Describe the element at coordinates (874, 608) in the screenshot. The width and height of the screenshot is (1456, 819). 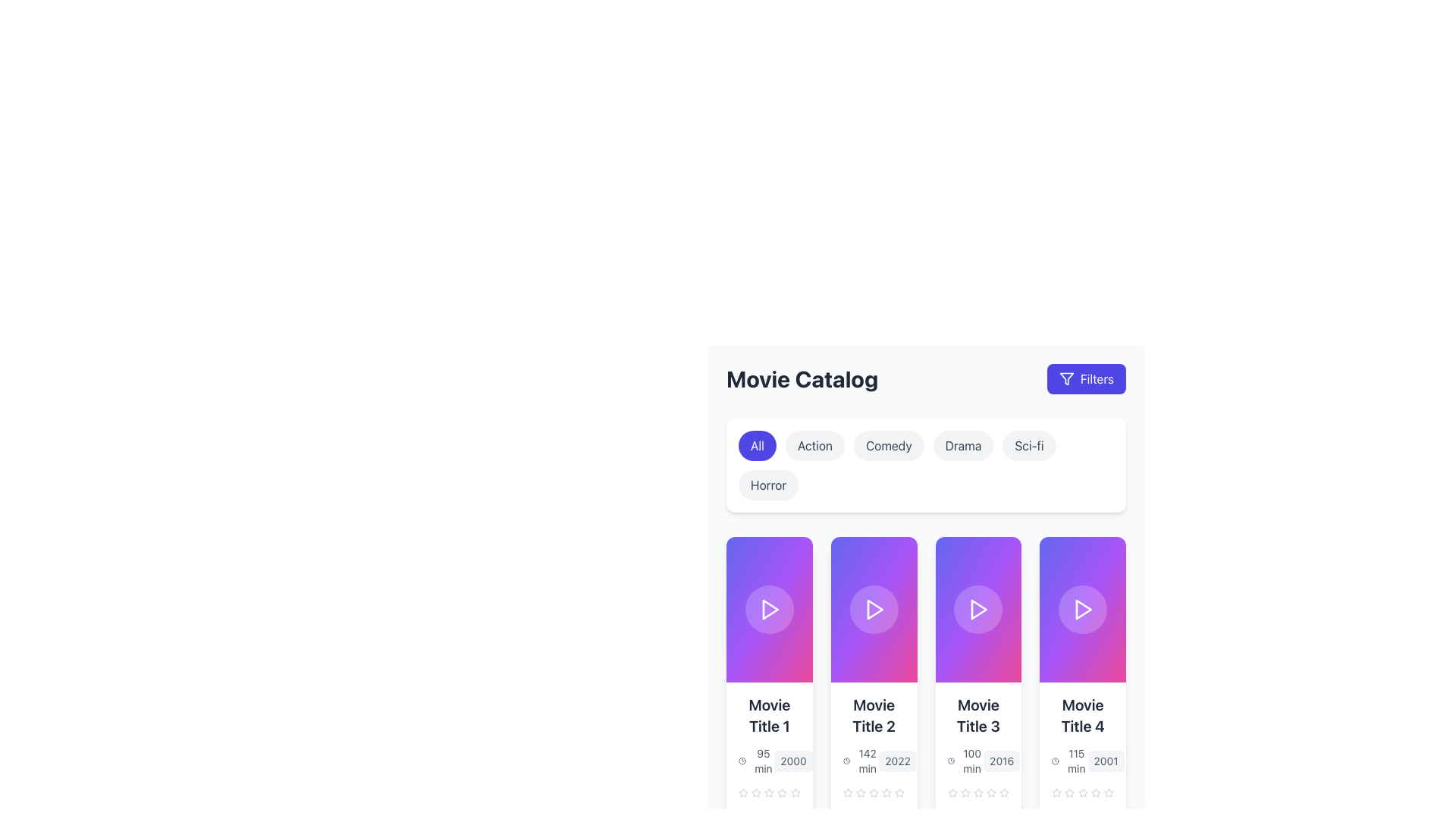
I see `the play button icon located in the center of the Interactive panel on the second movie card in the movie catalog section` at that location.